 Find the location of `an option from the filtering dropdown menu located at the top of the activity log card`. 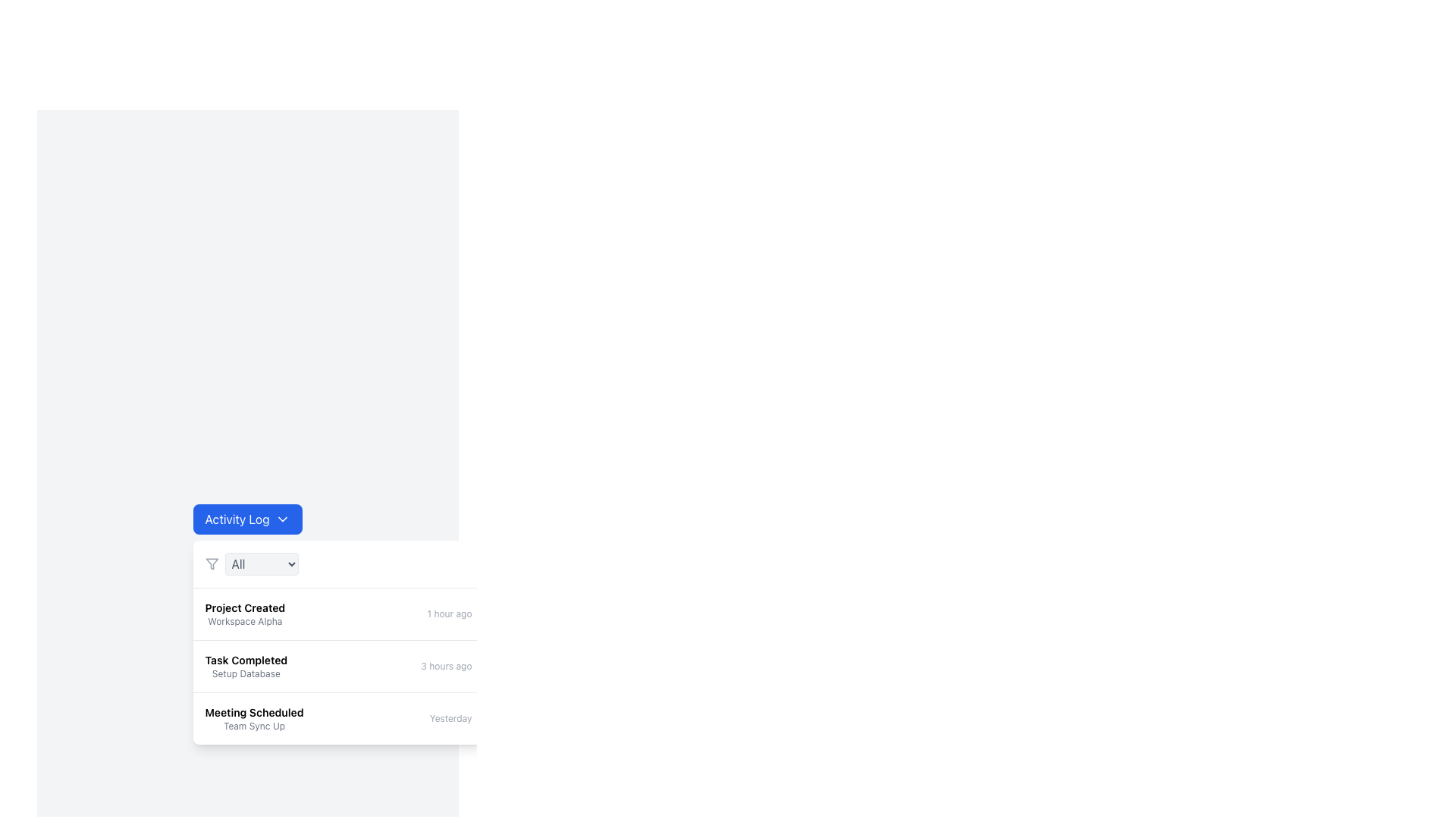

an option from the filtering dropdown menu located at the top of the activity log card is located at coordinates (337, 564).